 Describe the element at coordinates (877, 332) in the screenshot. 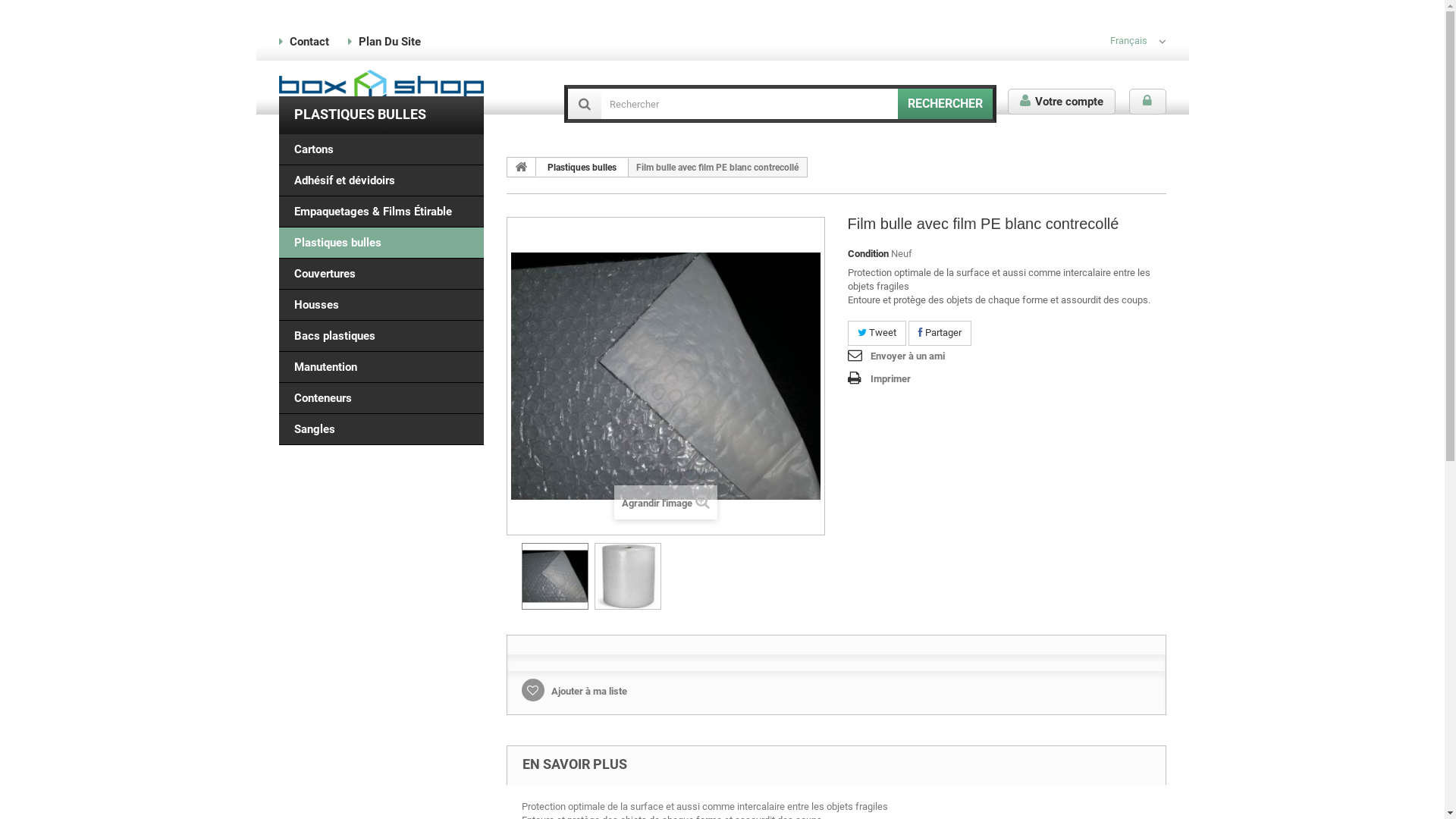

I see `'Tweet'` at that location.